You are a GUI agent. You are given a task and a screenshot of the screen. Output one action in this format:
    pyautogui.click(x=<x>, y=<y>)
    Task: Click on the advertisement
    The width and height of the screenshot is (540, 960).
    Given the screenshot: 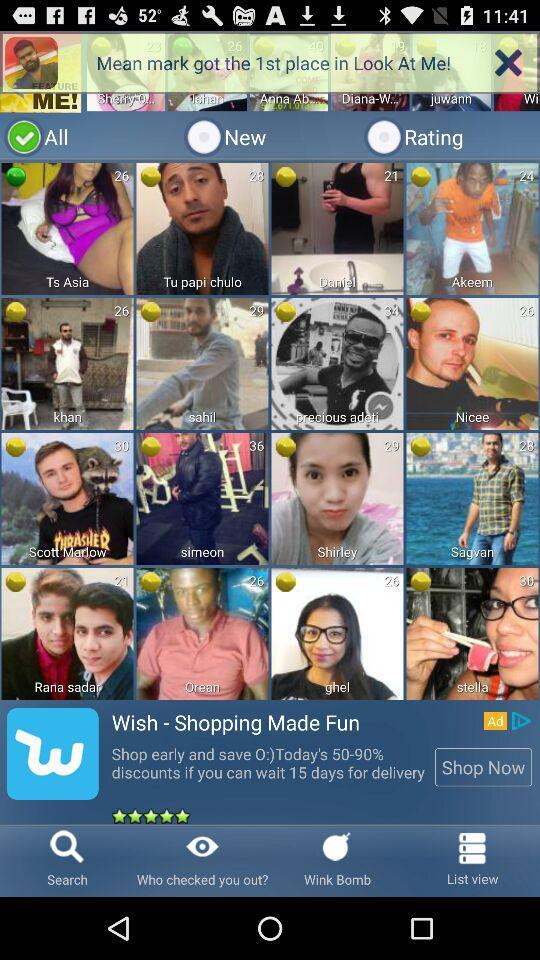 What is the action you would take?
    pyautogui.click(x=270, y=427)
    